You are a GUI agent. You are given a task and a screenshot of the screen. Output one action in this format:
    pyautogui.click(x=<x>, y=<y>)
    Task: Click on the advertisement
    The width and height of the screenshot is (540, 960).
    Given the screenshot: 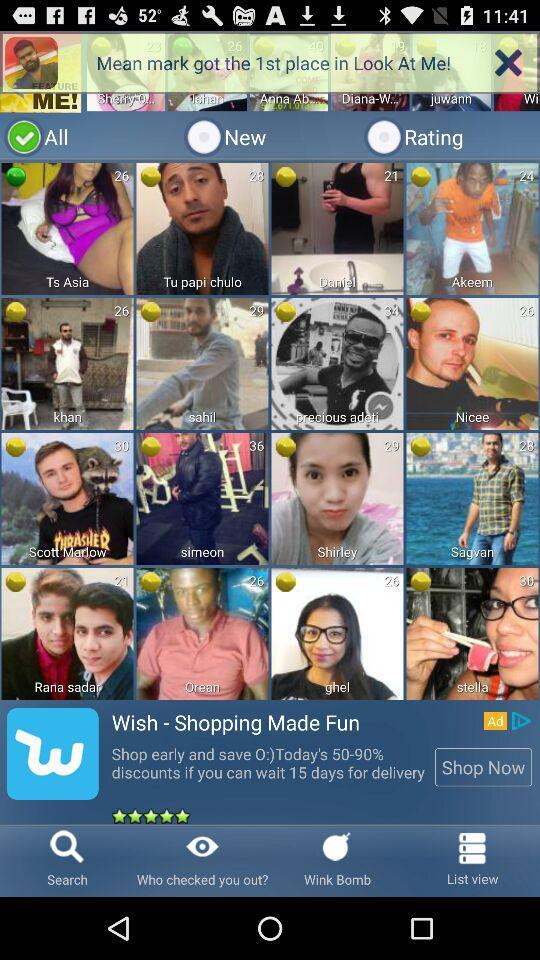 What is the action you would take?
    pyautogui.click(x=270, y=427)
    